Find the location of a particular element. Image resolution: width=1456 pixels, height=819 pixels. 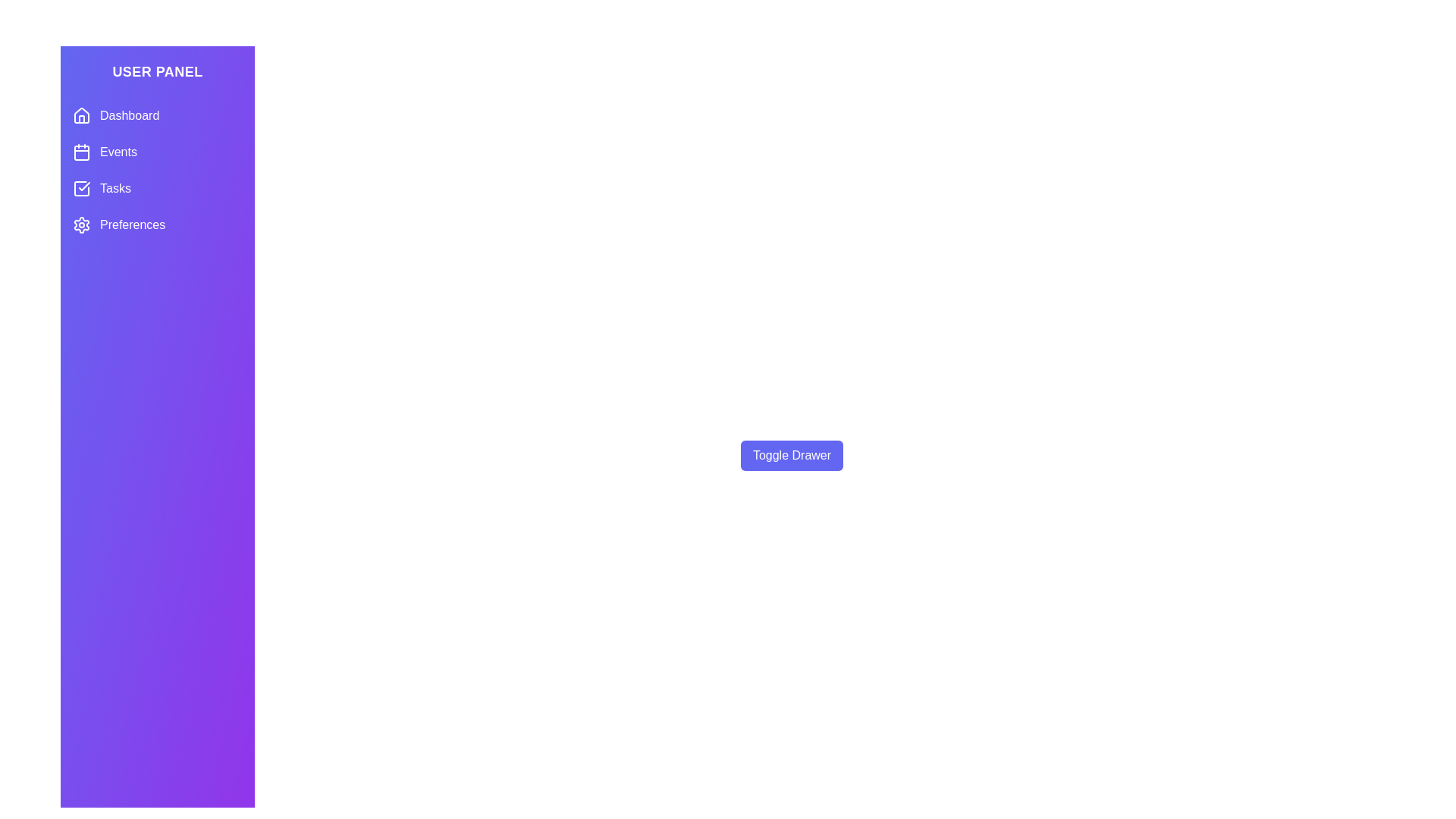

the menu item labeled Events is located at coordinates (157, 152).